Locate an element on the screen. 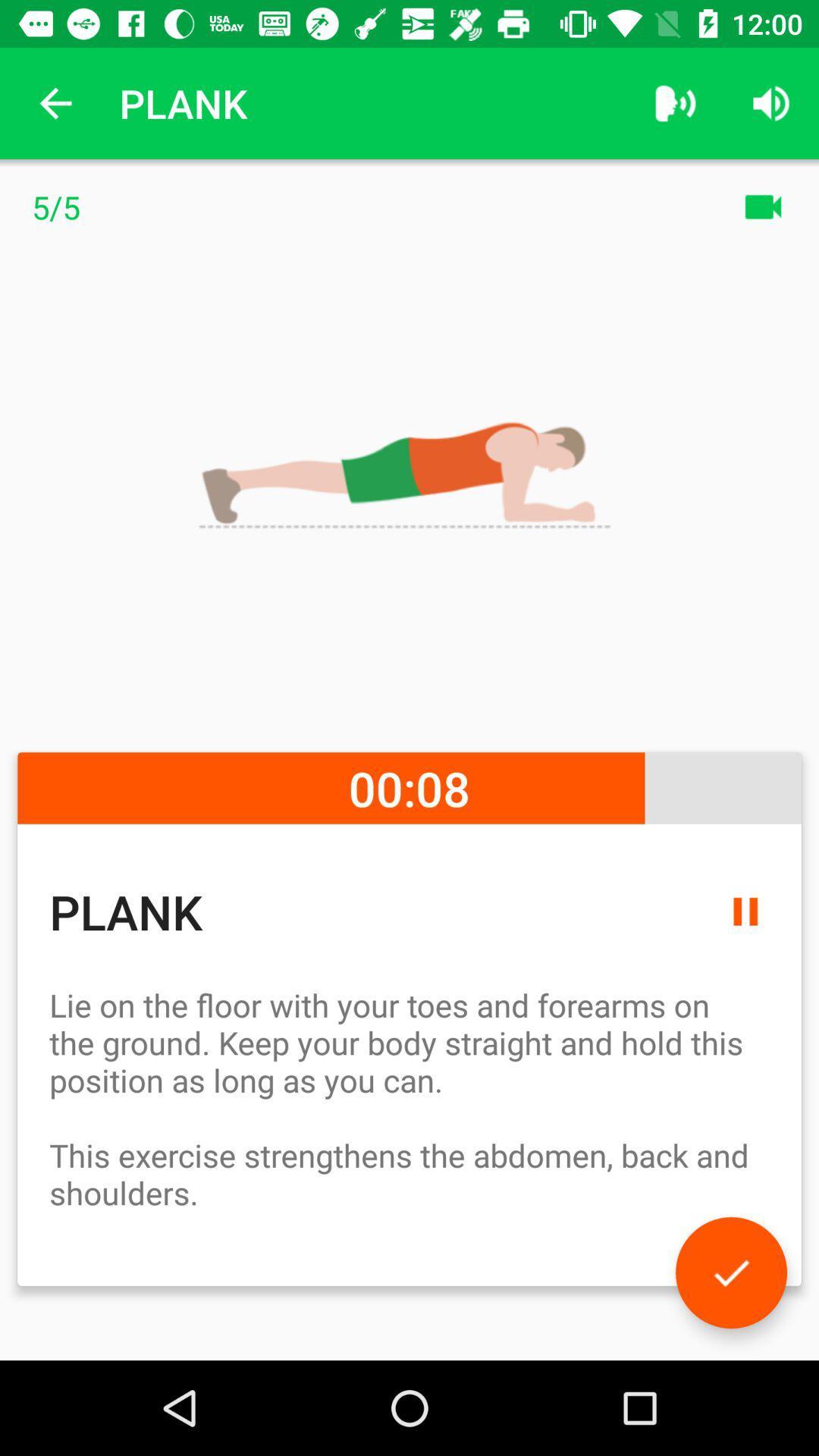 The image size is (819, 1456). the icon to the left of the plank icon is located at coordinates (55, 102).